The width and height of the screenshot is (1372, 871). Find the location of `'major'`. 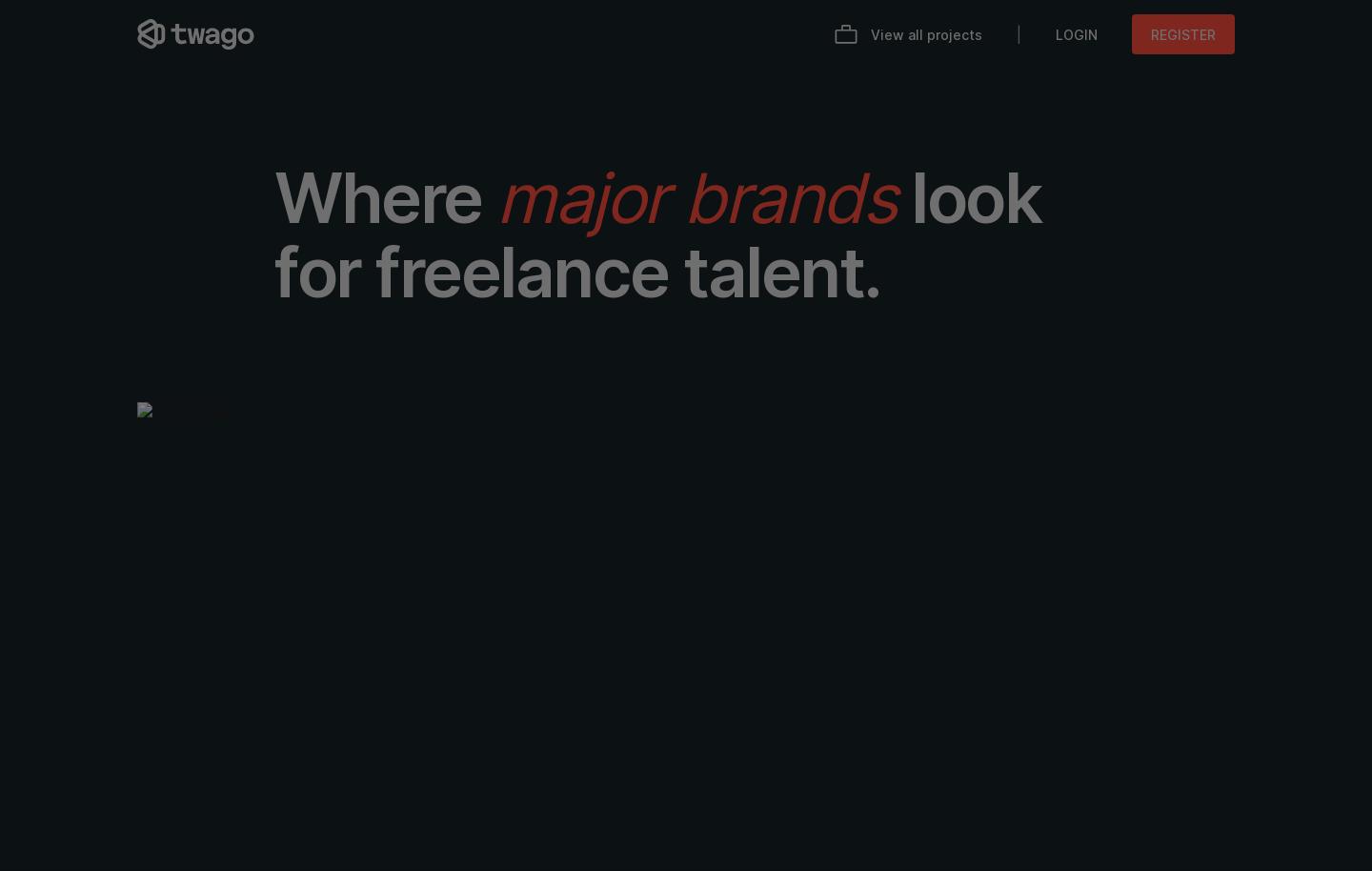

'major' is located at coordinates (579, 197).